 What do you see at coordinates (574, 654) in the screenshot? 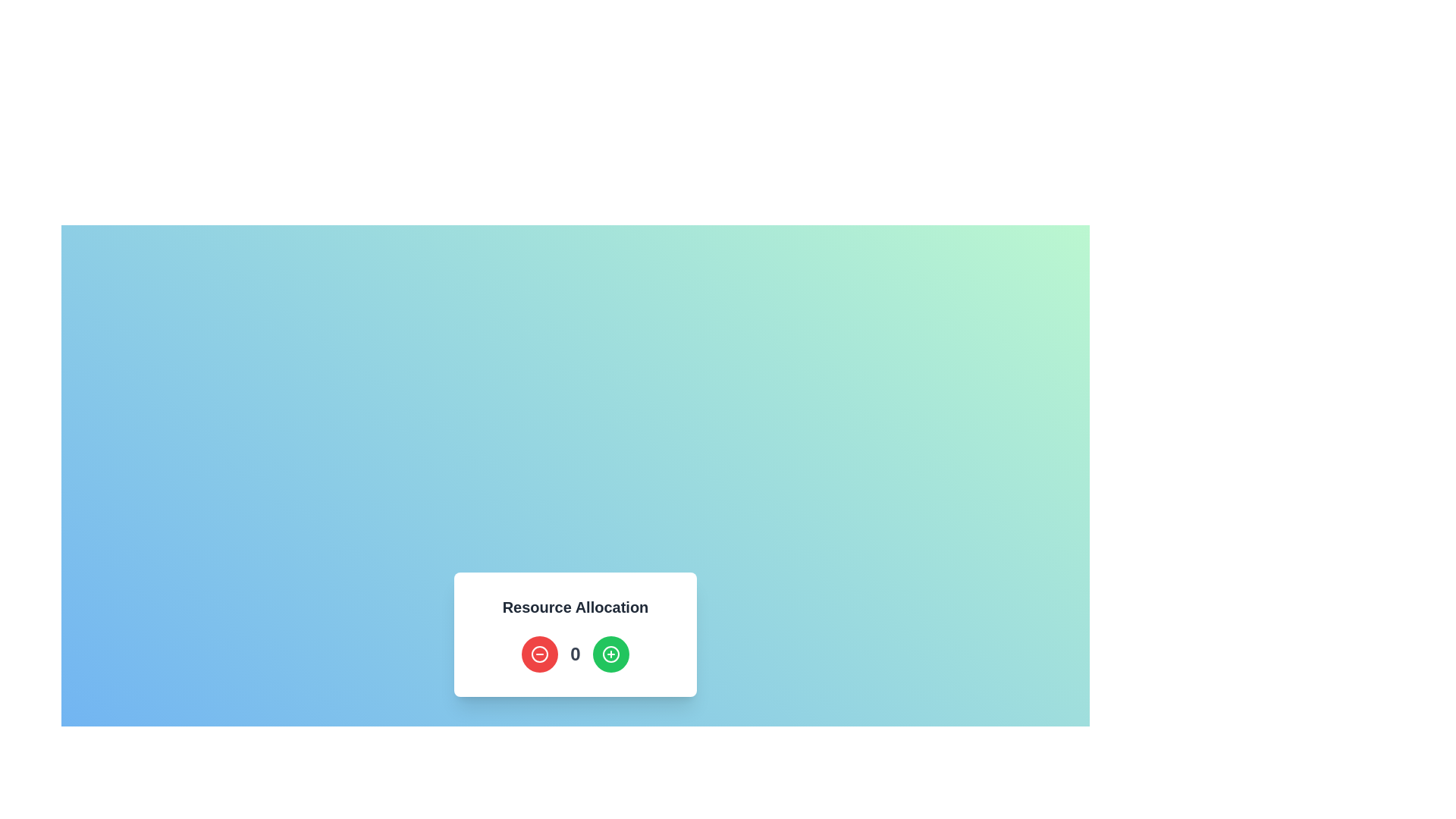
I see `the static text or numeric display that is centrally located between a red circular button on the left and a green circular button on the right` at bounding box center [574, 654].